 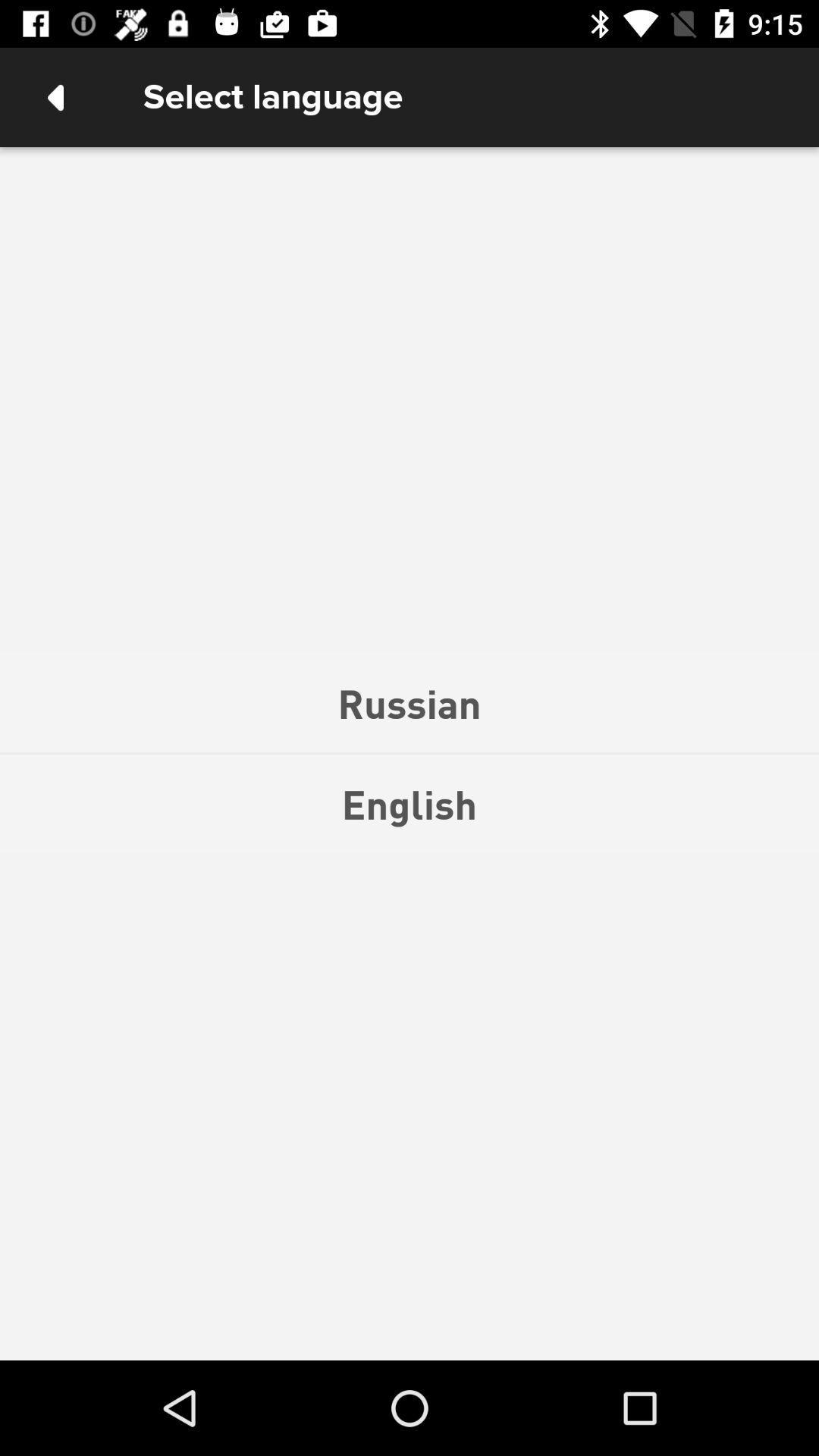 I want to click on item next to the select language item, so click(x=55, y=96).